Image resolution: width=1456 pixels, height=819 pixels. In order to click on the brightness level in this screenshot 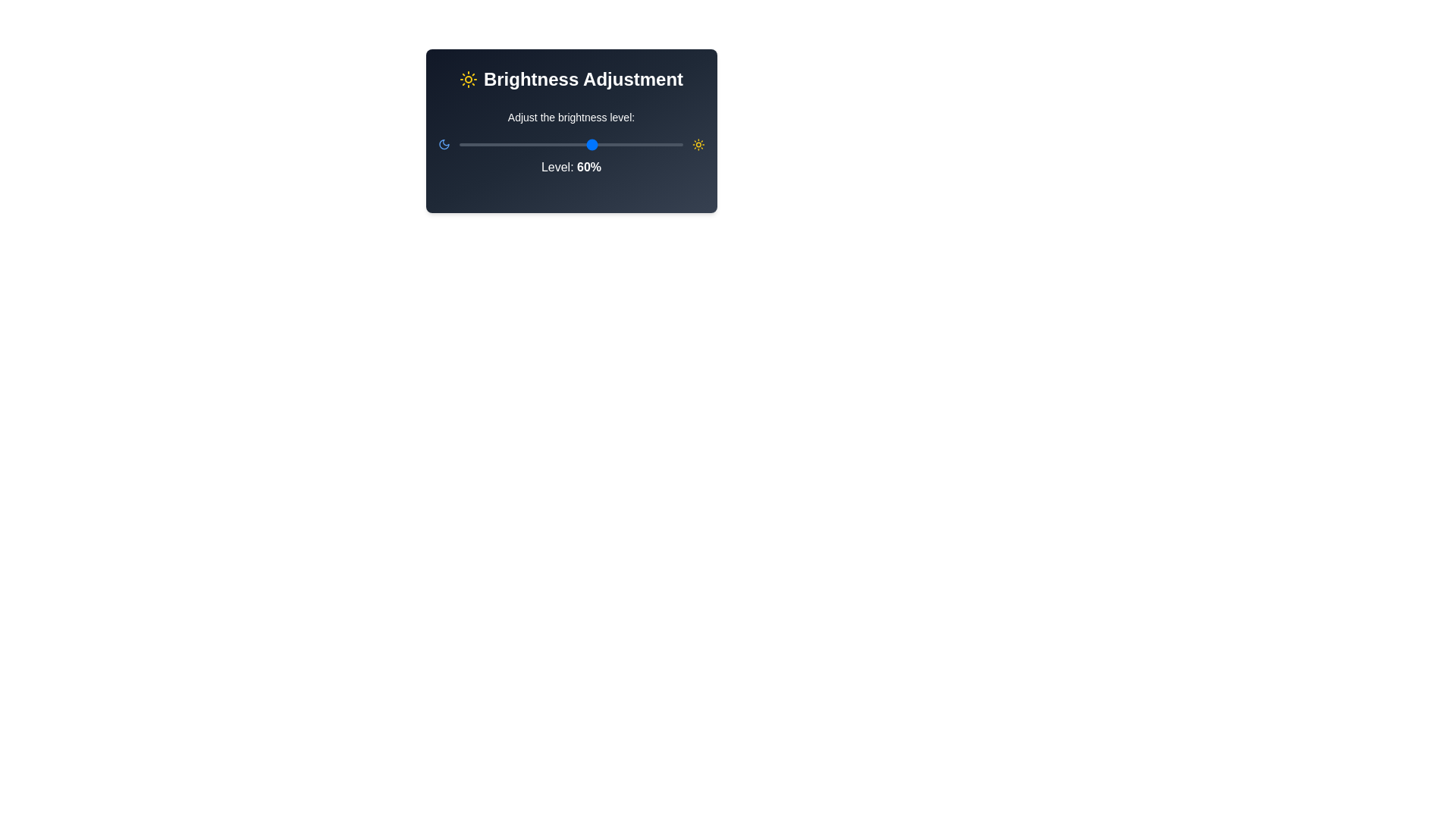, I will do `click(629, 145)`.